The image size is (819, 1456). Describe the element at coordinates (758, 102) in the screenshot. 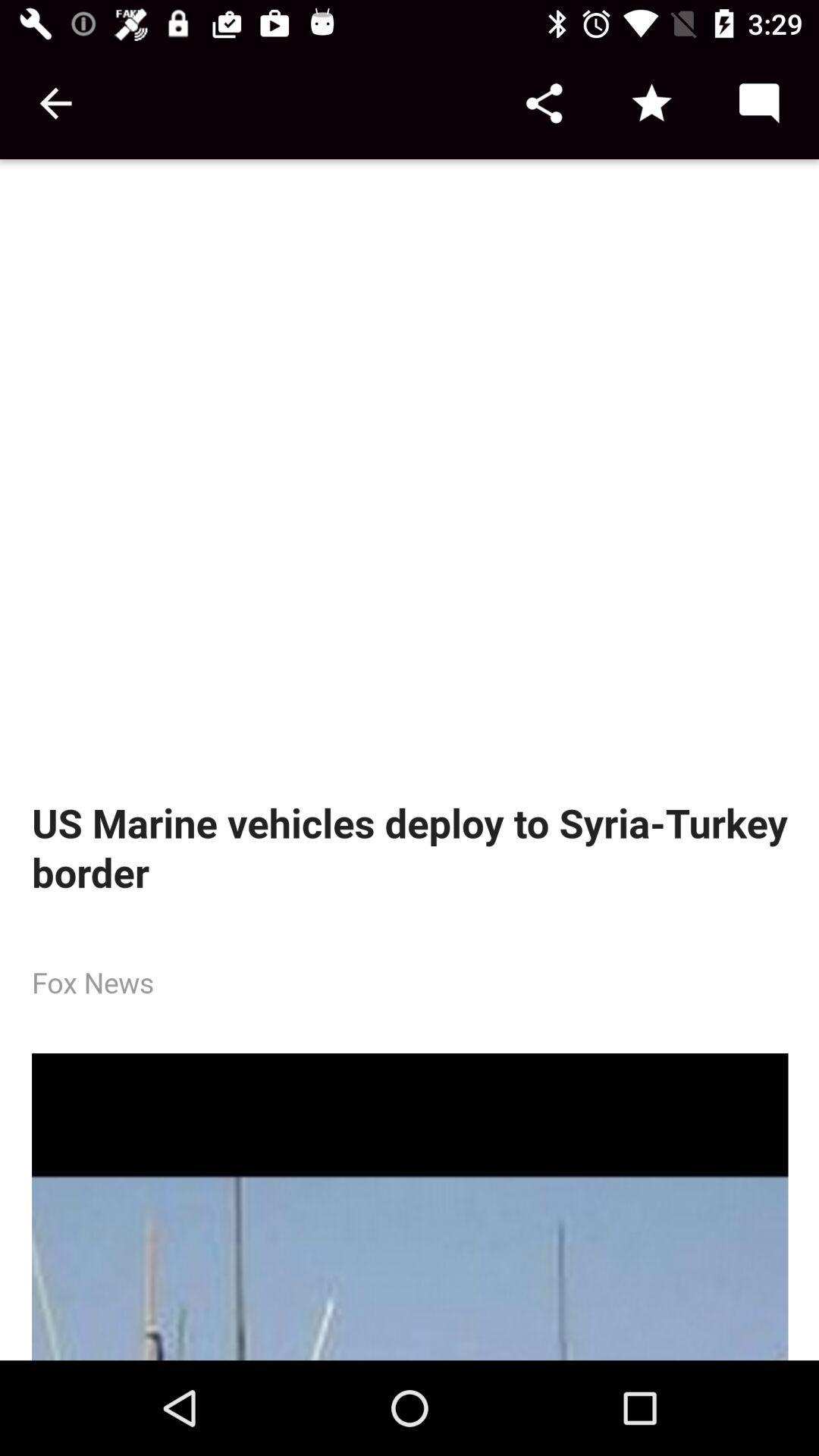

I see `send message` at that location.